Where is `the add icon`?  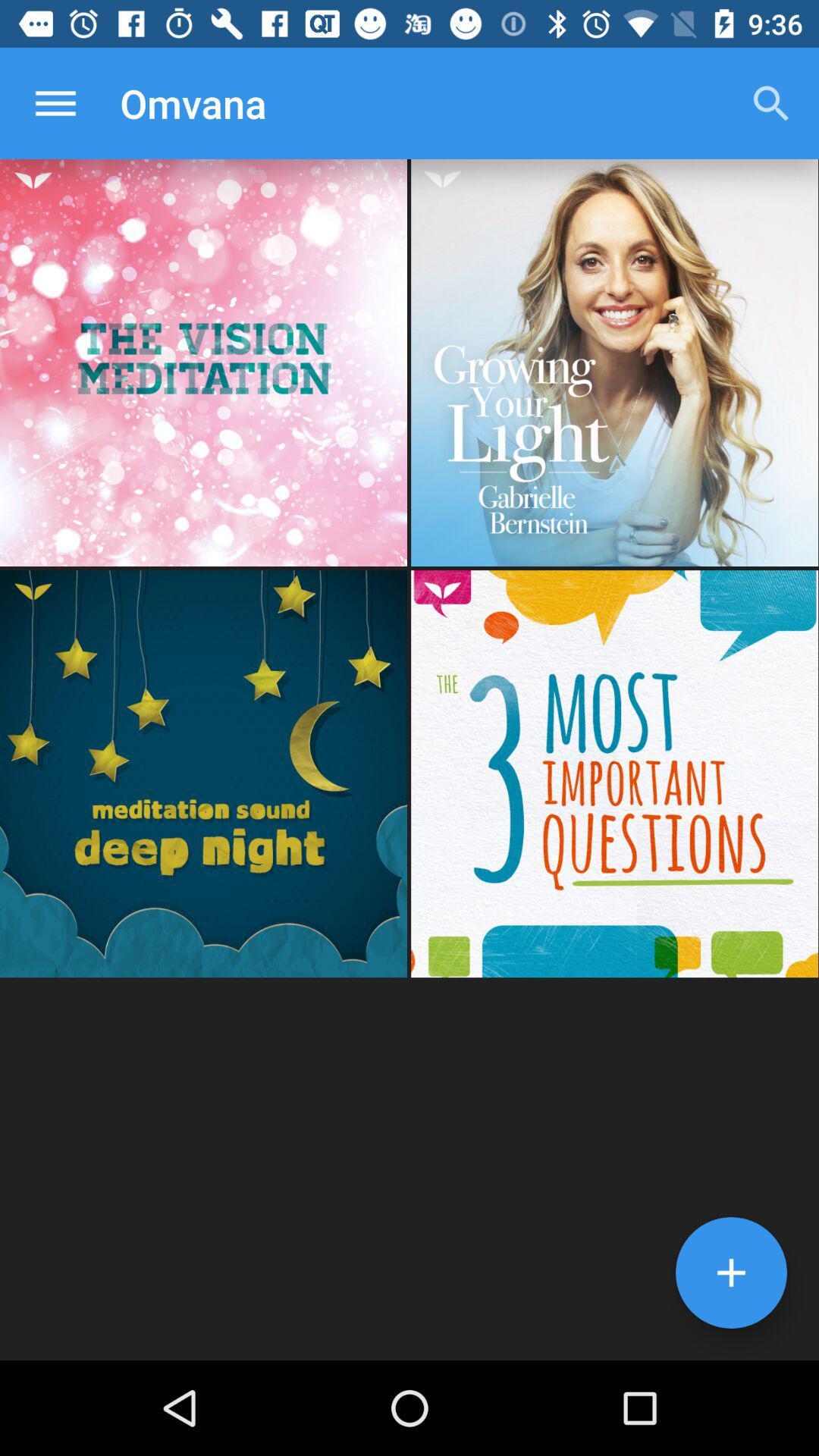 the add icon is located at coordinates (730, 1272).